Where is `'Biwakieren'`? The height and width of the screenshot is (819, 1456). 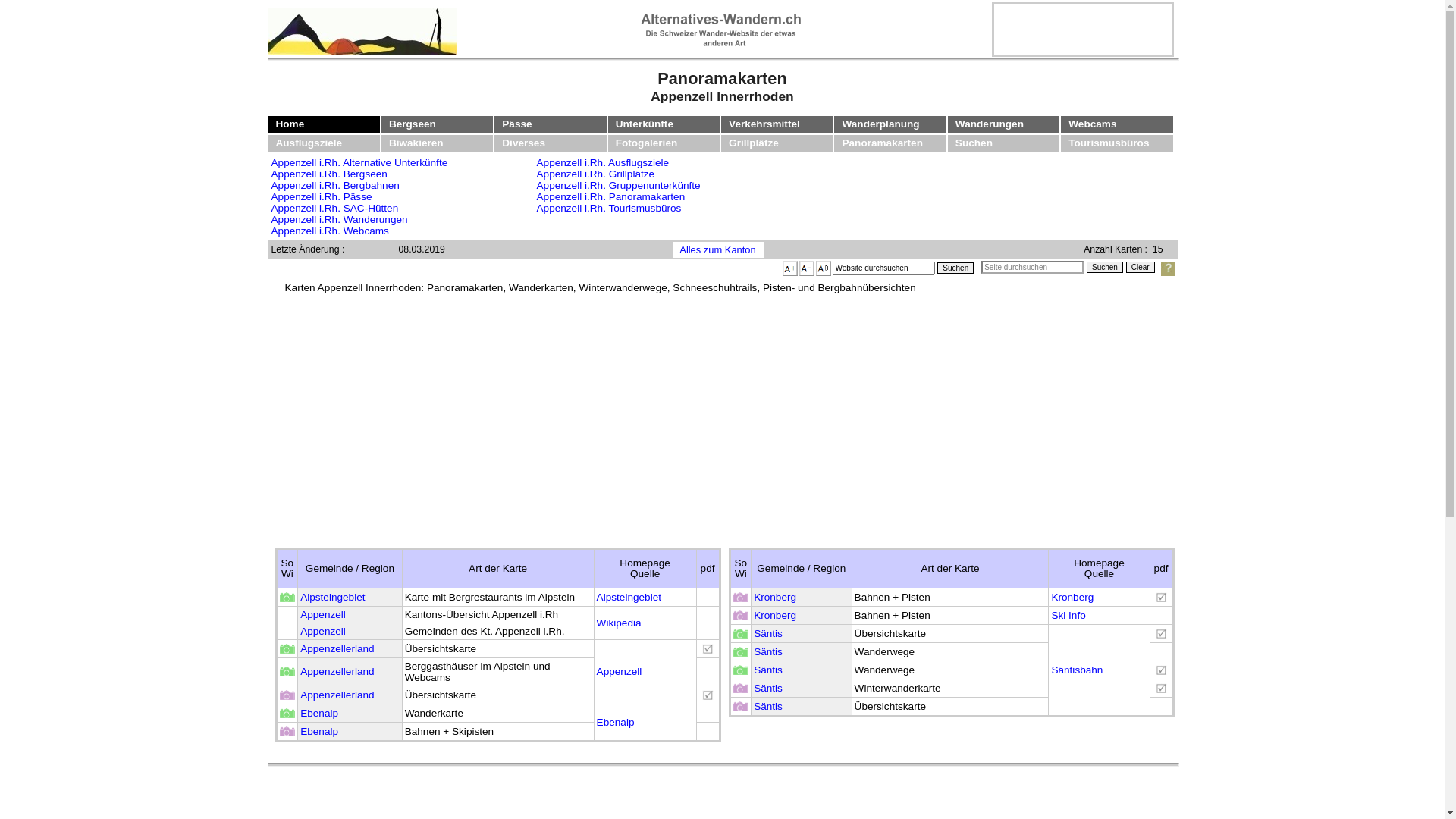
'Biwakieren' is located at coordinates (416, 143).